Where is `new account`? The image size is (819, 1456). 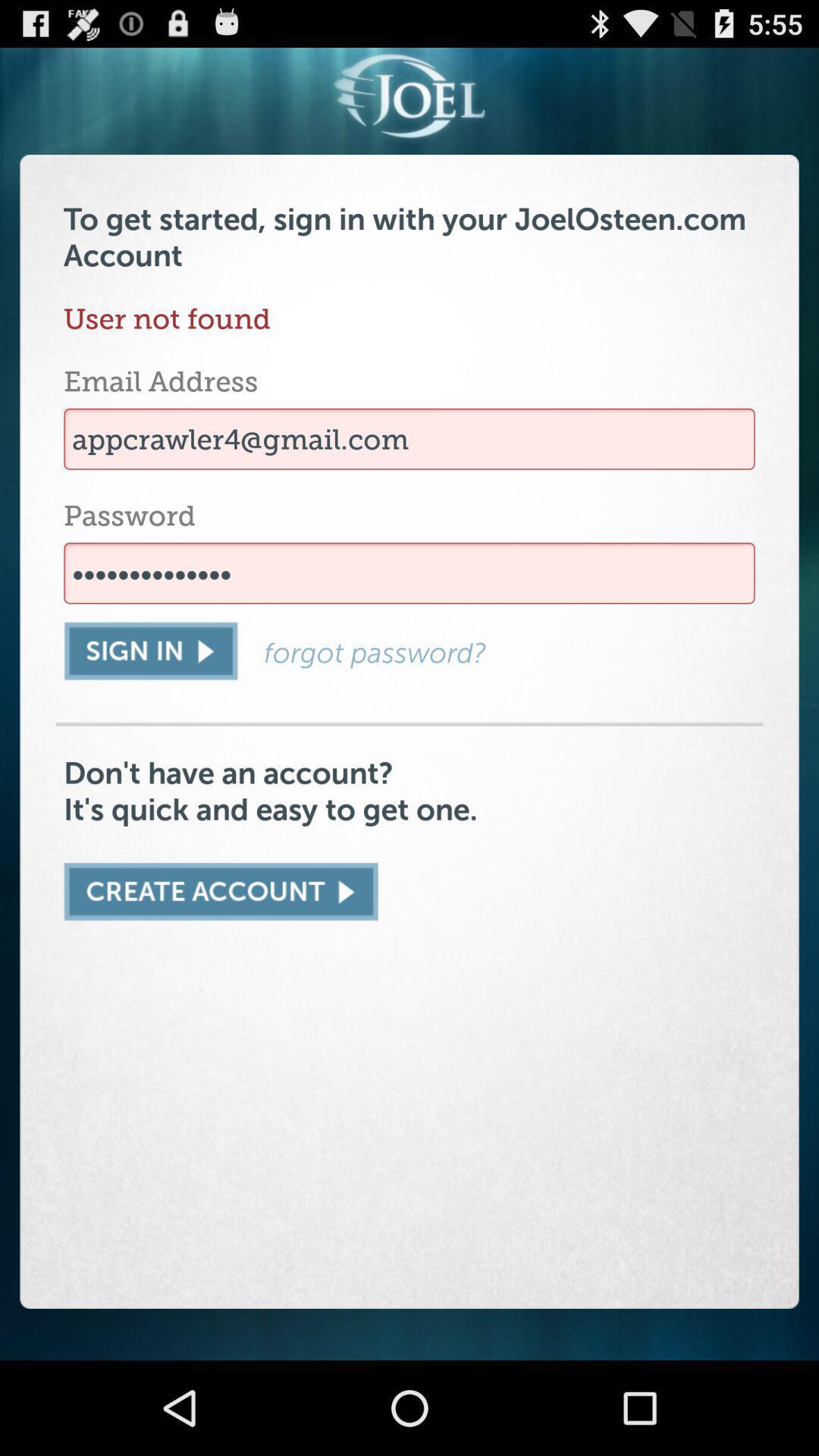 new account is located at coordinates (221, 892).